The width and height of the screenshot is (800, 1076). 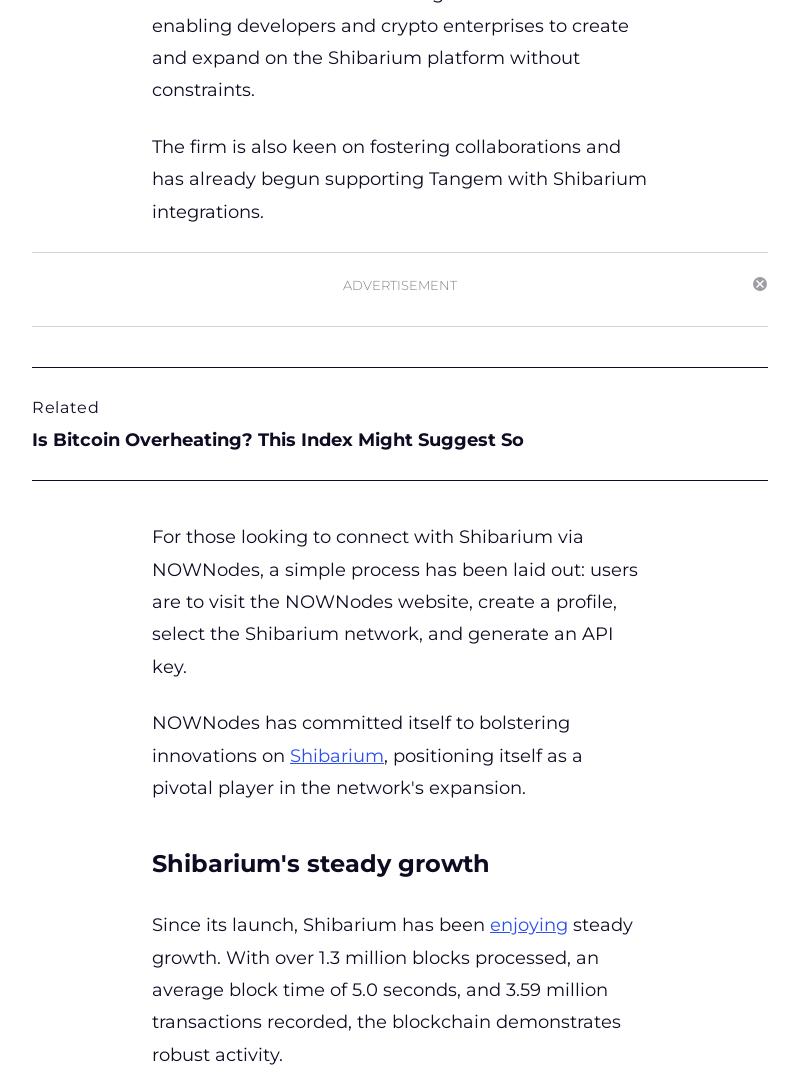 I want to click on ', positioning itself as a pivotal player in the network's expansion.', so click(x=152, y=770).